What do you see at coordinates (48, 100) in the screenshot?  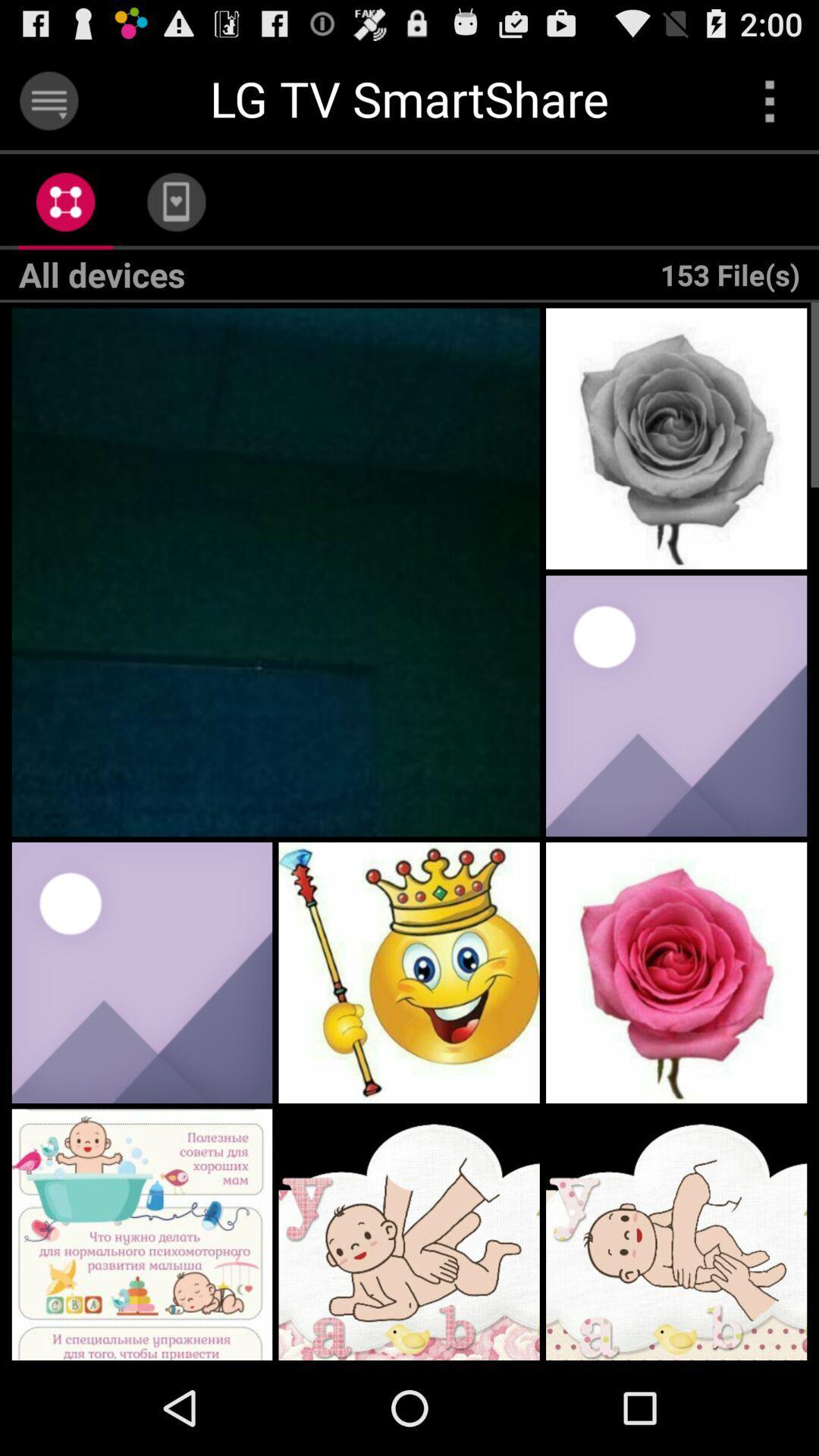 I see `display menu options` at bounding box center [48, 100].